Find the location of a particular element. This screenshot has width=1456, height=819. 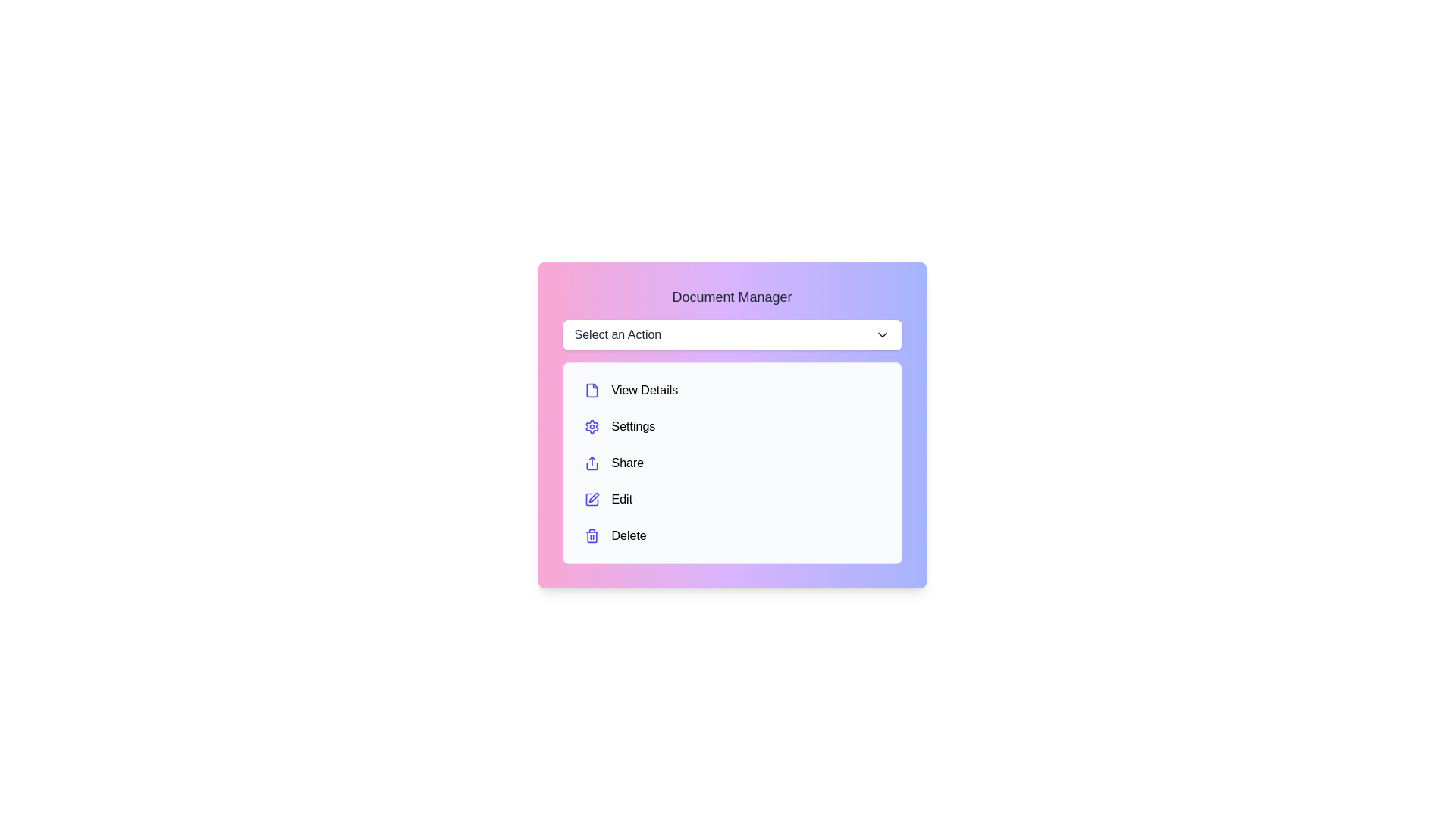

the document file icon representing the 'View Details' option in the menu, located on the left-hand side among other icons is located at coordinates (591, 390).